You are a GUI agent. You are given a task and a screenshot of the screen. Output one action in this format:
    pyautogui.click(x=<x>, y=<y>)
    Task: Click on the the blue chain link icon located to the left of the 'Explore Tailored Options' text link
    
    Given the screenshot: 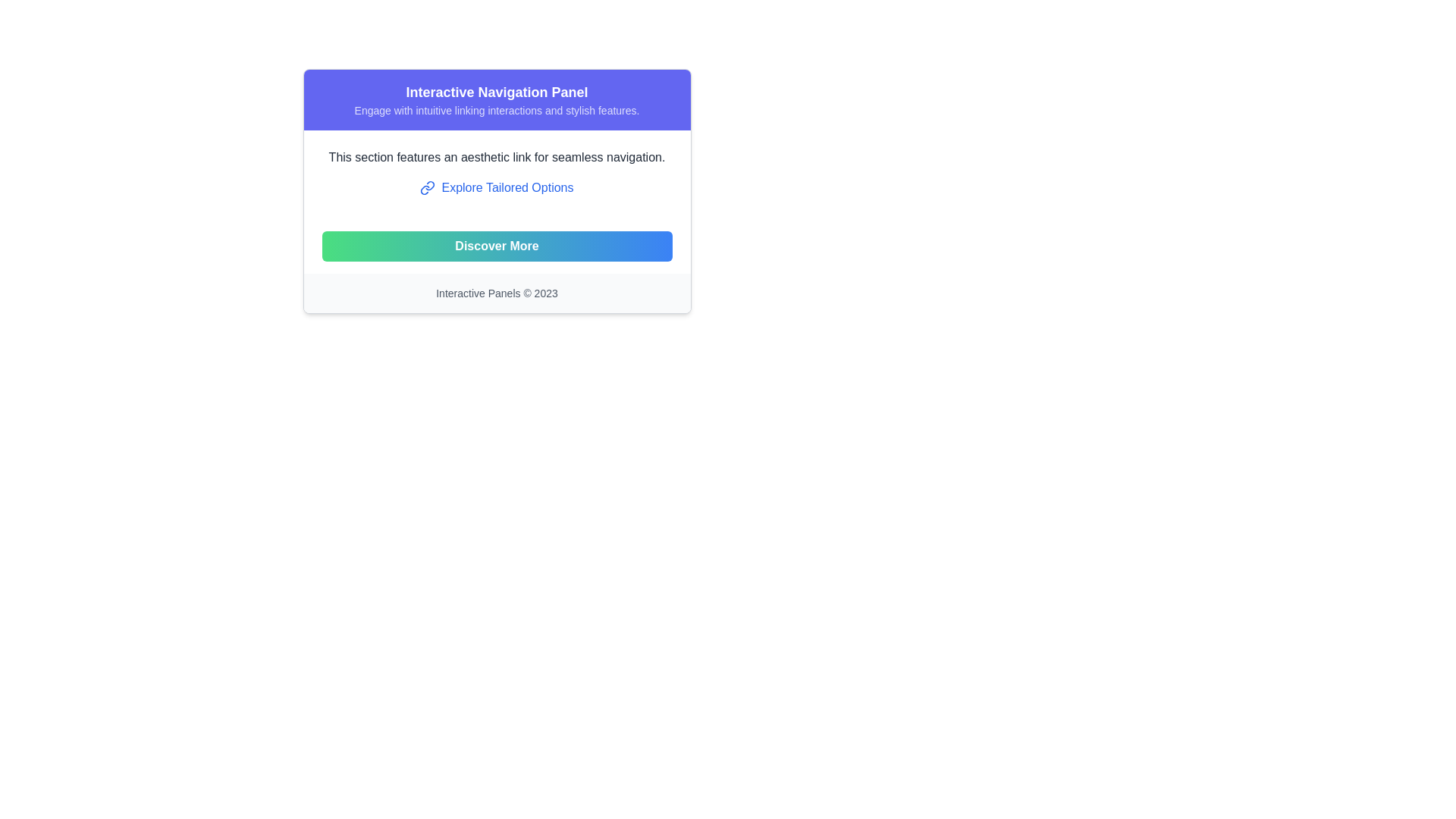 What is the action you would take?
    pyautogui.click(x=427, y=187)
    